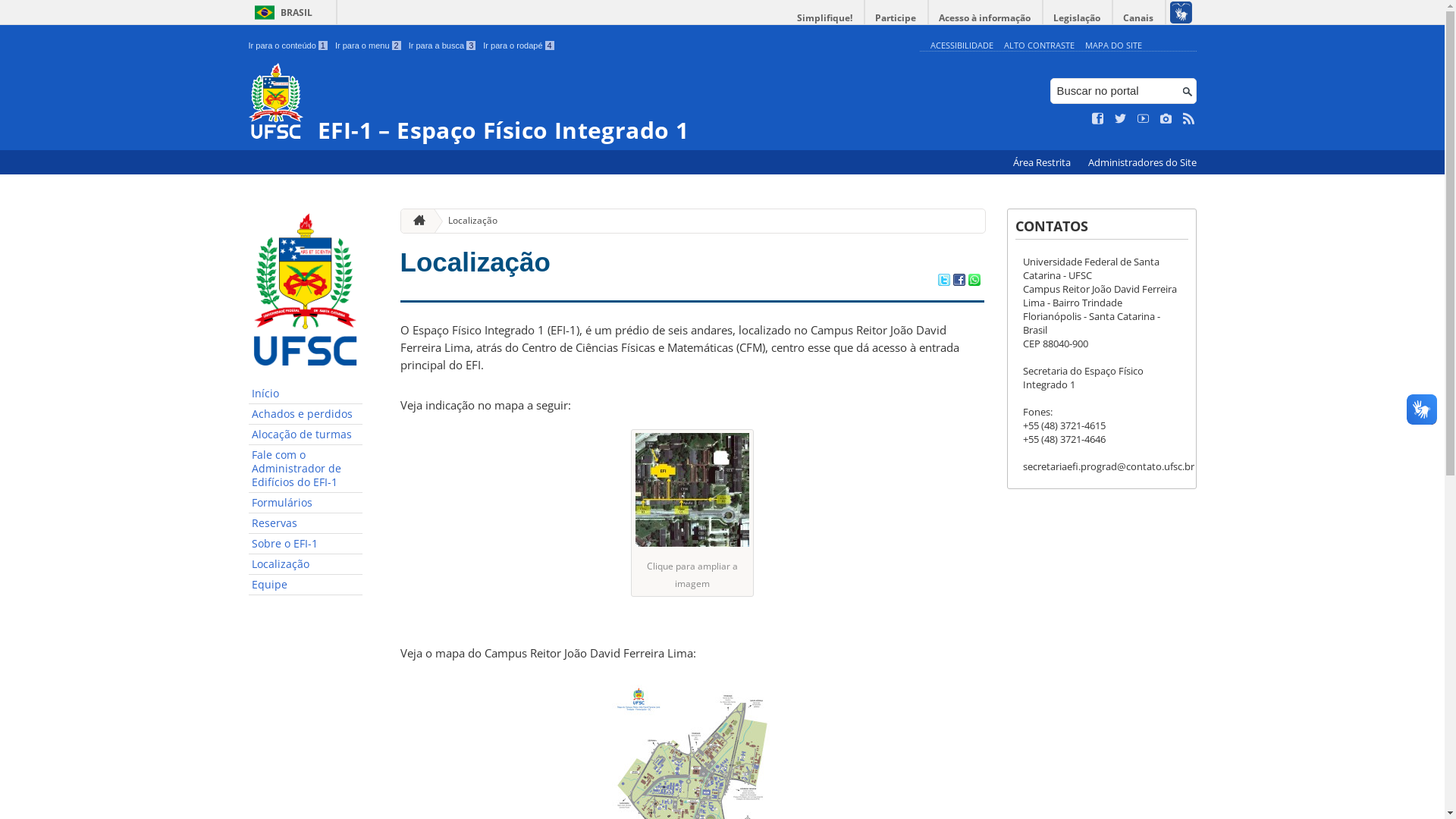 The image size is (1456, 819). Describe the element at coordinates (368, 45) in the screenshot. I see `'Ir para o menu 2'` at that location.